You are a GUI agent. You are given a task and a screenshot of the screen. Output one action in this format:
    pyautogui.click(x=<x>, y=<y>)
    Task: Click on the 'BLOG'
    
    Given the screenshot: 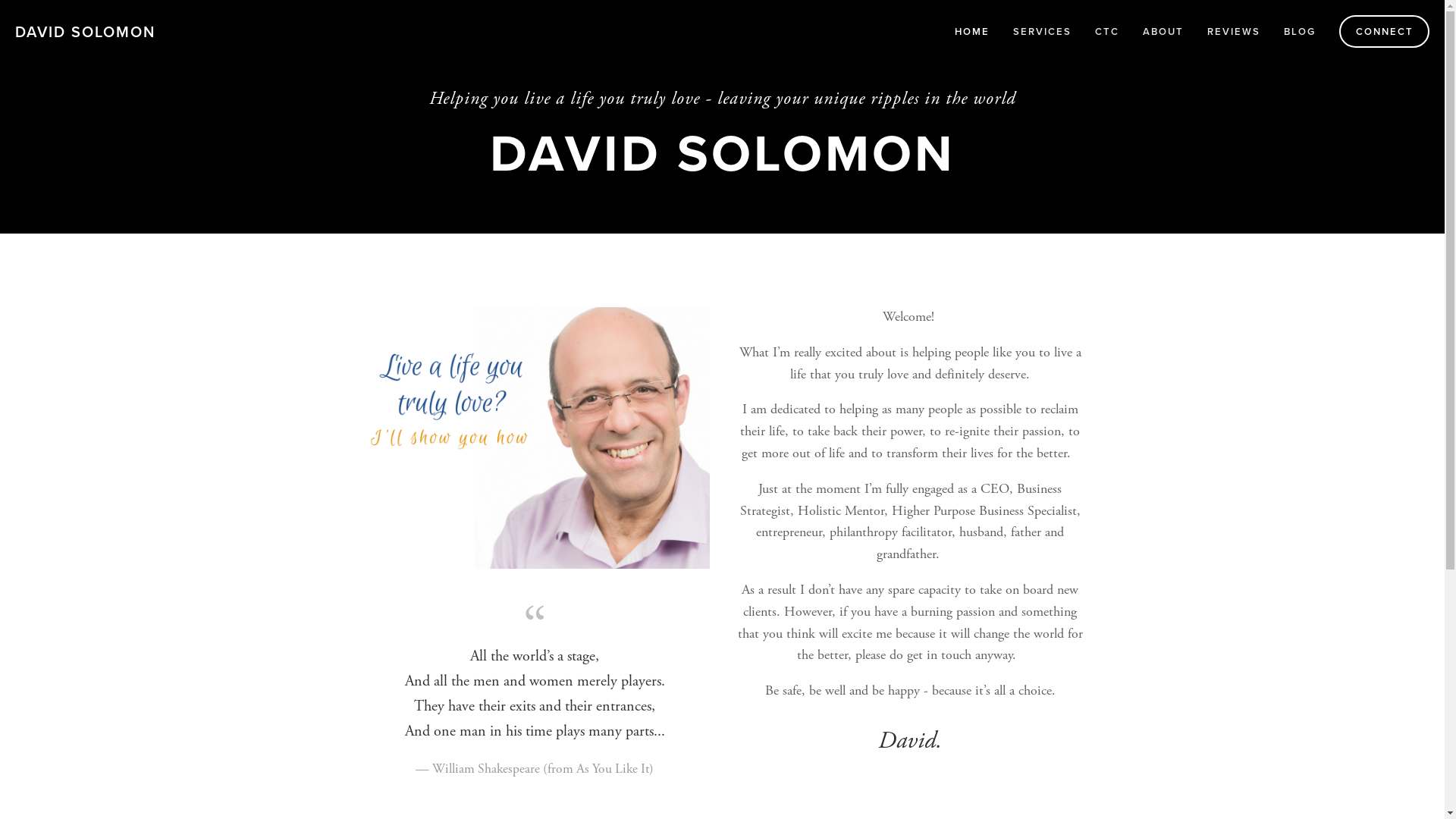 What is the action you would take?
    pyautogui.click(x=1298, y=31)
    